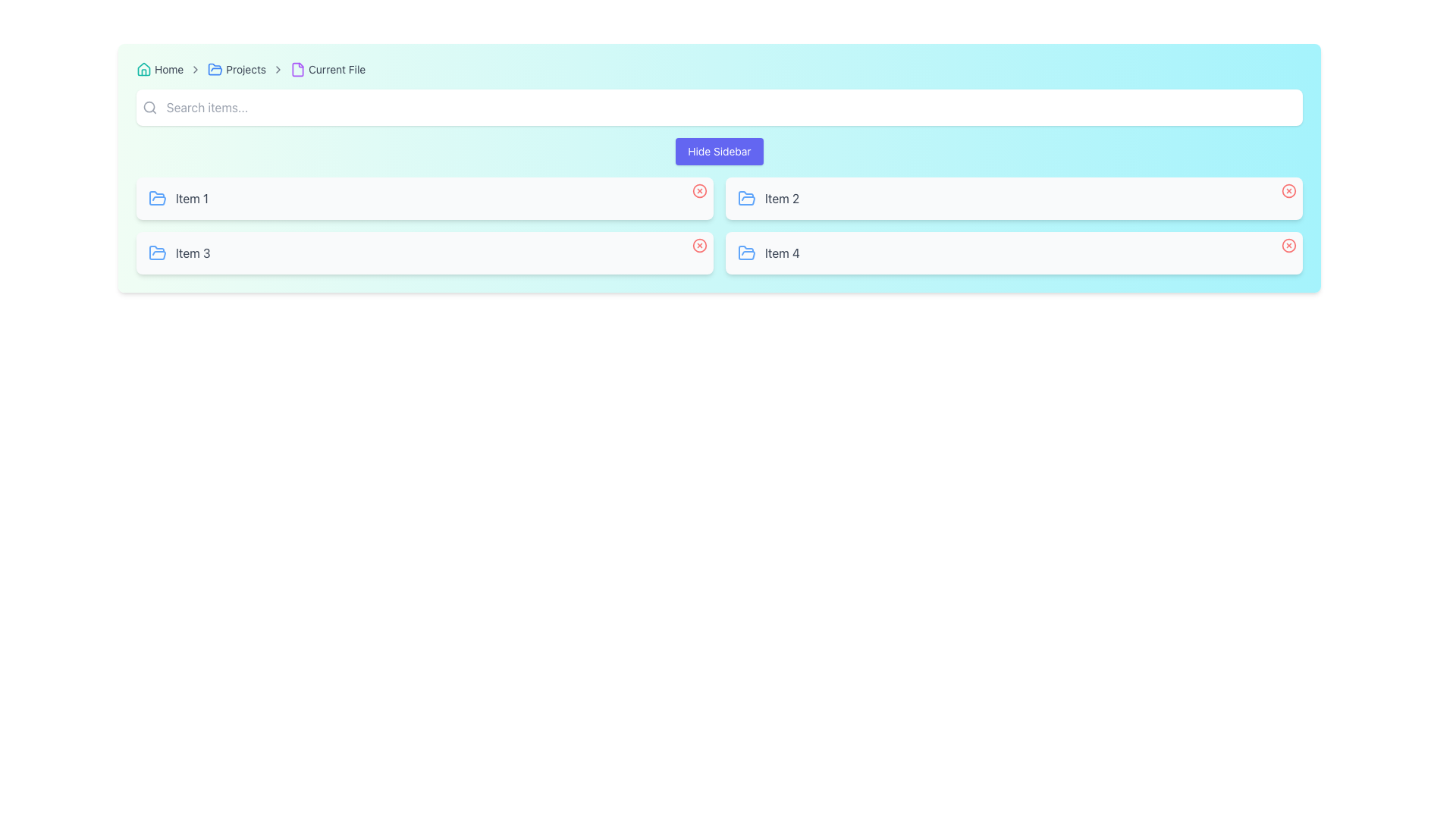 The width and height of the screenshot is (1456, 819). What do you see at coordinates (1288, 245) in the screenshot?
I see `the small circular red-bordered 'X' icon located in the top-right corner of the 'Item 4' box` at bounding box center [1288, 245].